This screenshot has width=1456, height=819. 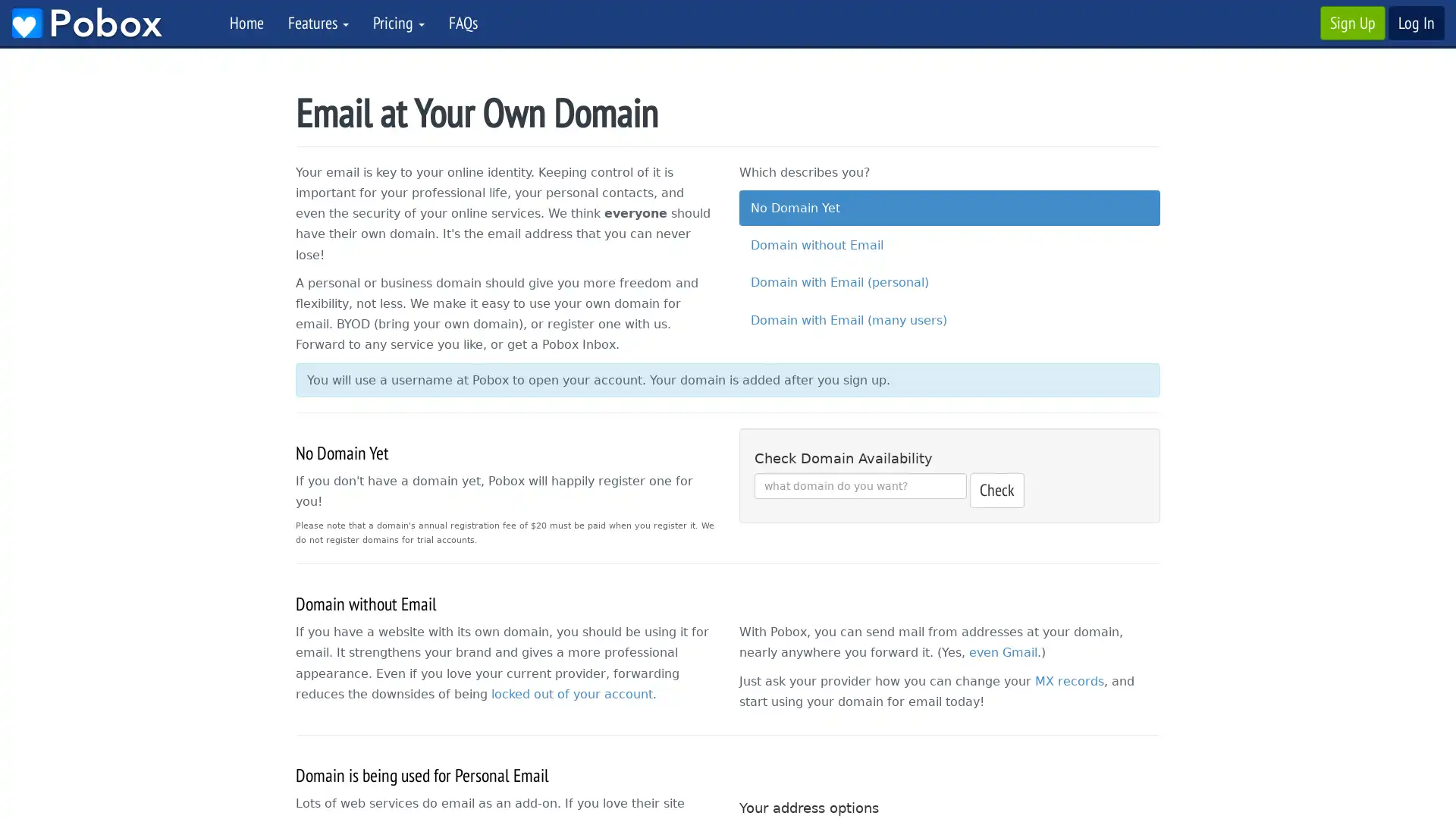 What do you see at coordinates (997, 490) in the screenshot?
I see `Check` at bounding box center [997, 490].